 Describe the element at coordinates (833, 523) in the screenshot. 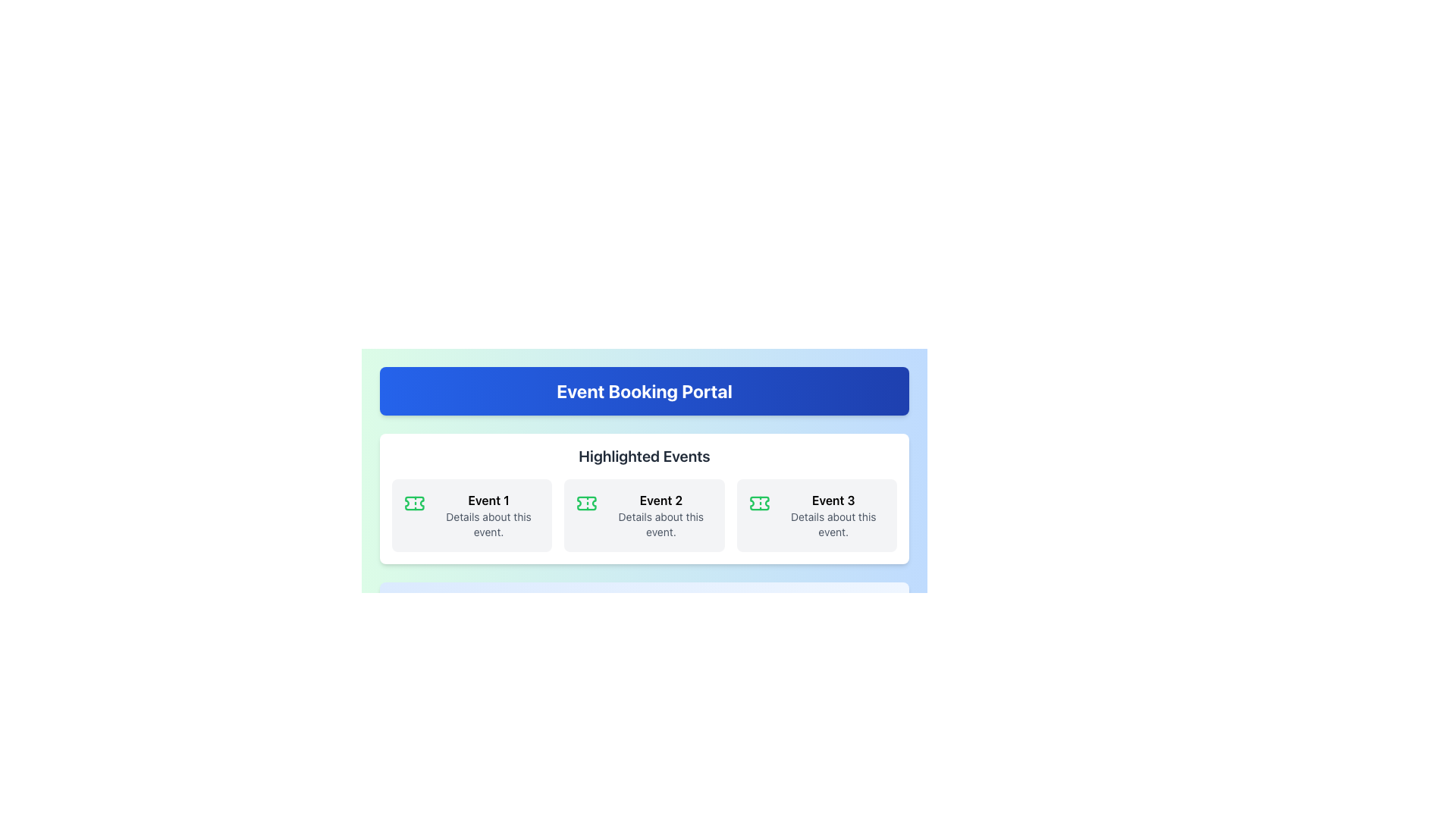

I see `the text label reading 'Details about this event.' which is styled in a small gray font and located directly below the bold title 'Event 3' in the rightmost event card` at that location.